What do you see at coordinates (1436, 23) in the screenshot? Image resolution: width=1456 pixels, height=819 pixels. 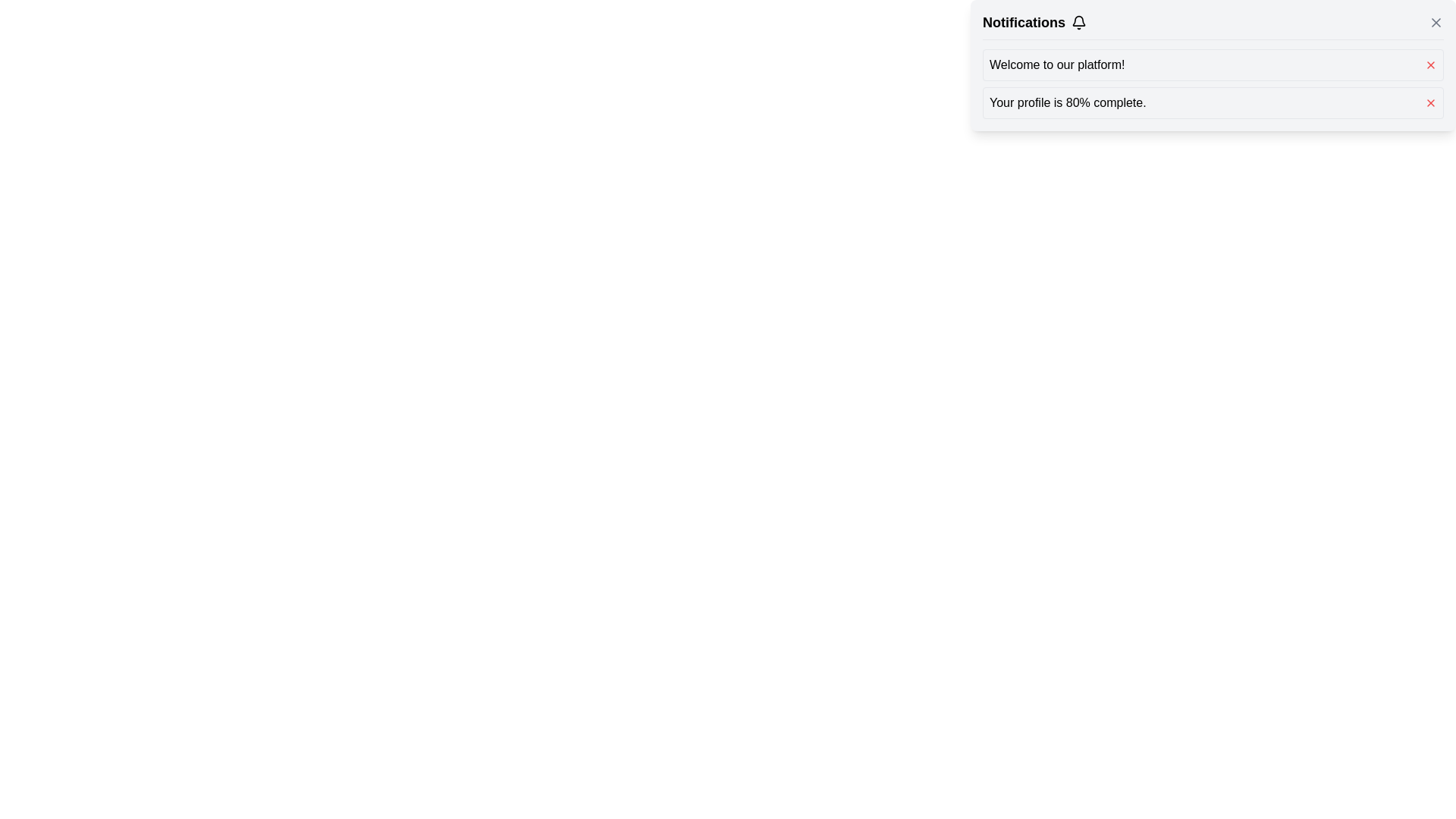 I see `the close (X) button located at the top right corner of the 'Notifications' section` at bounding box center [1436, 23].